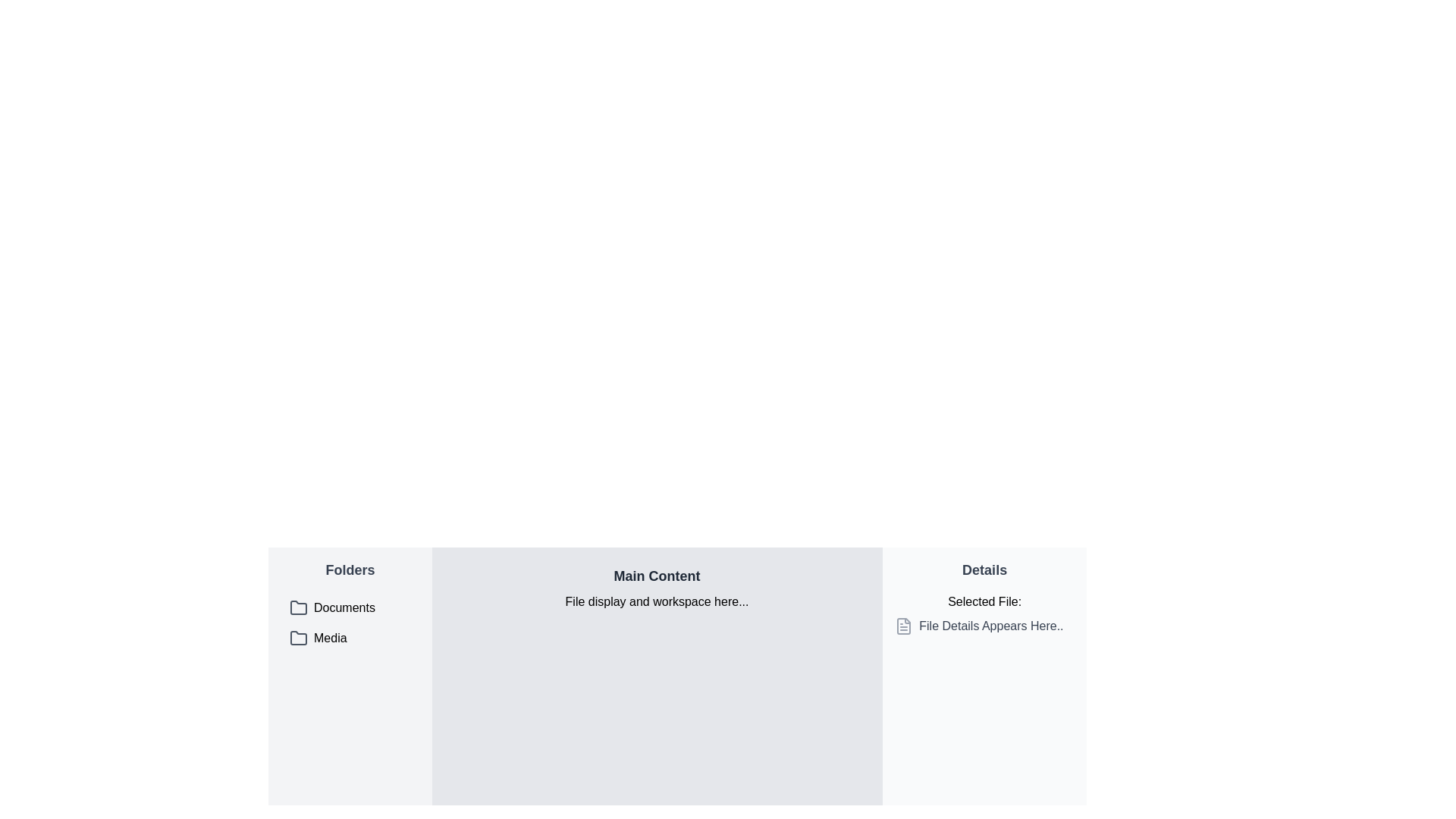 Image resolution: width=1456 pixels, height=819 pixels. I want to click on the document icon element located in the 'Details' section, which is represented as a rectangle with a folded corner and is adjacent to the text 'Selected File:' and above 'File Details Appears Here..', so click(904, 626).